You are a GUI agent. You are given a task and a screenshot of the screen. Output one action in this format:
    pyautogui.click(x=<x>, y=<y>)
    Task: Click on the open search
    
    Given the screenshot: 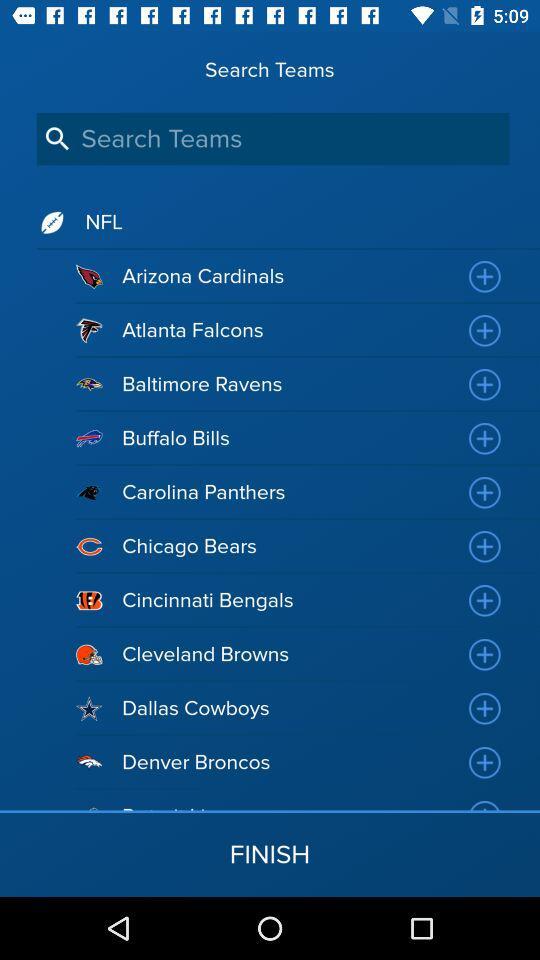 What is the action you would take?
    pyautogui.click(x=272, y=138)
    